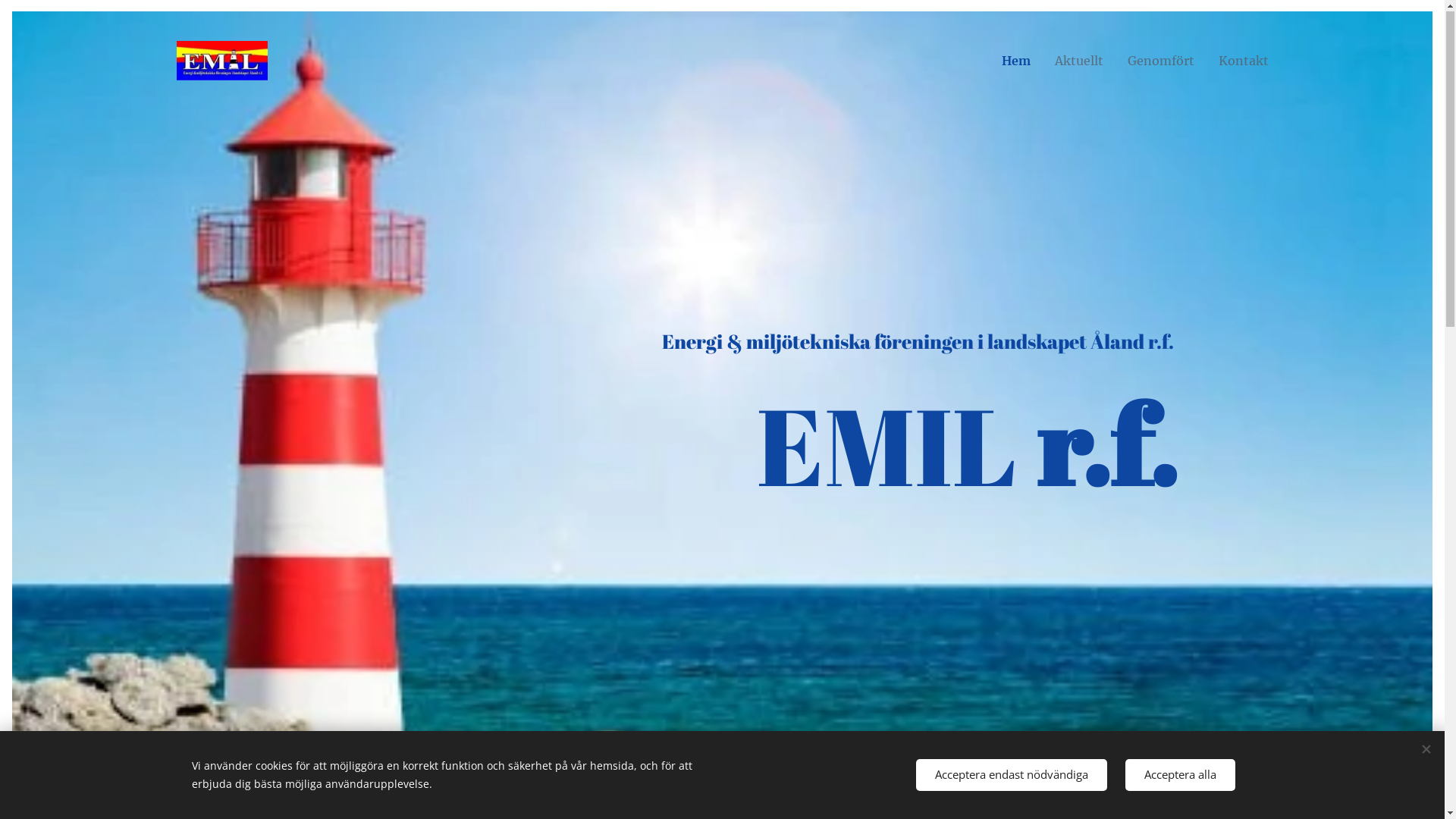 Image resolution: width=1456 pixels, height=819 pixels. Describe the element at coordinates (1204, 61) in the screenshot. I see `'Kontakt'` at that location.